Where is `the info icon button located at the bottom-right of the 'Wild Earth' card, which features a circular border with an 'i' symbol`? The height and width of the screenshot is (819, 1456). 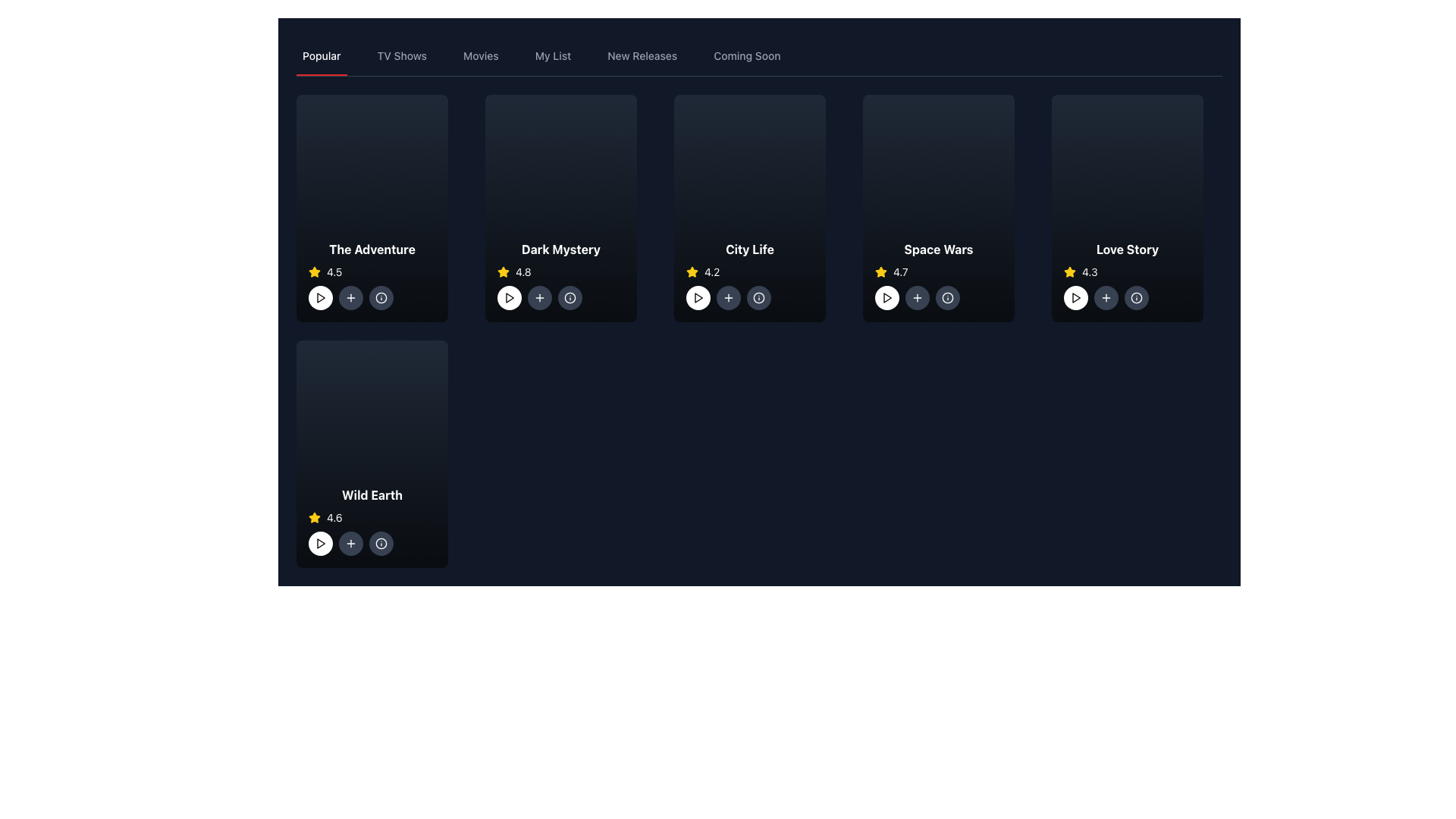
the info icon button located at the bottom-right of the 'Wild Earth' card, which features a circular border with an 'i' symbol is located at coordinates (381, 543).